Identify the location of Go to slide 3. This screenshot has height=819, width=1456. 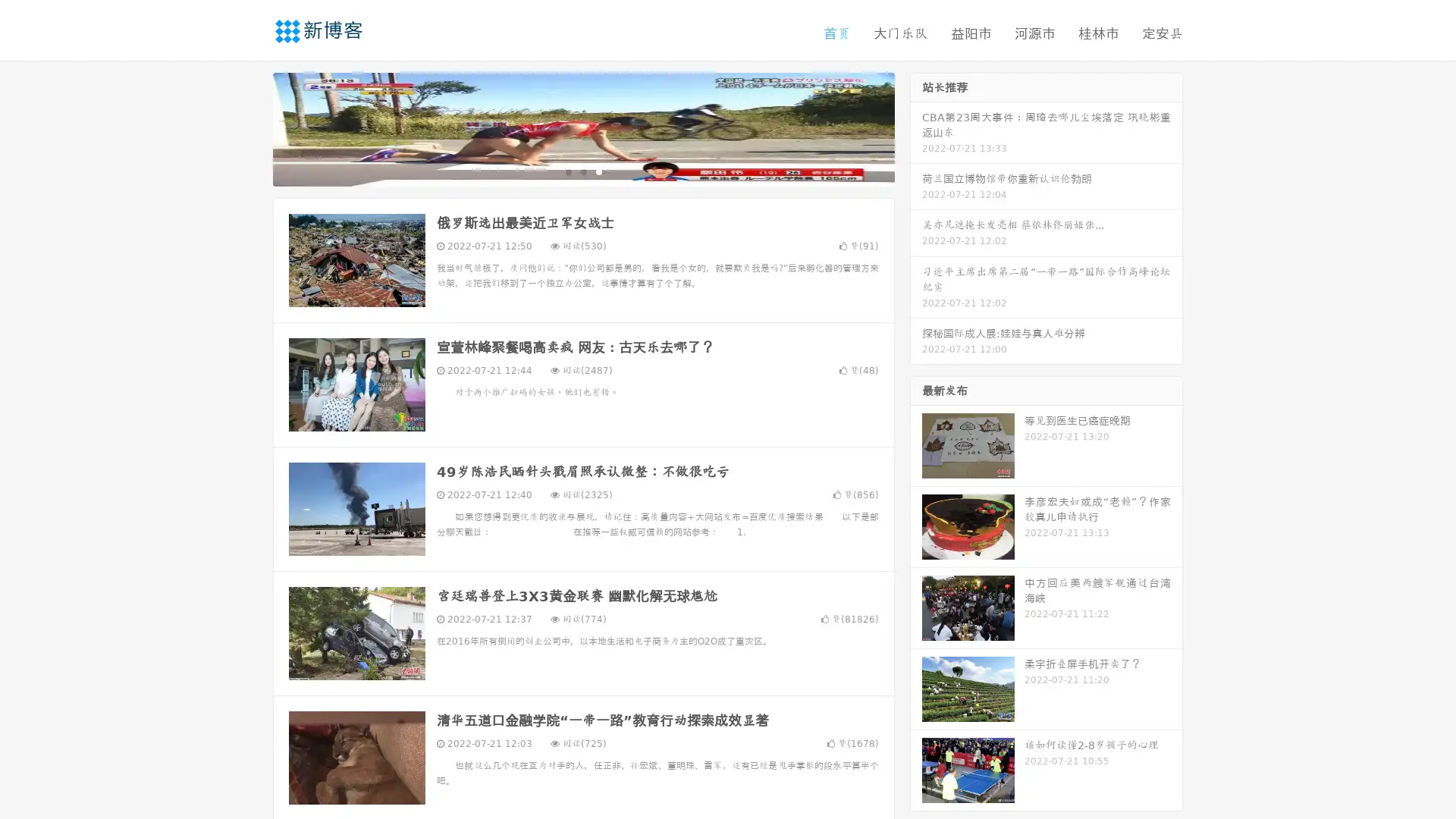
(598, 171).